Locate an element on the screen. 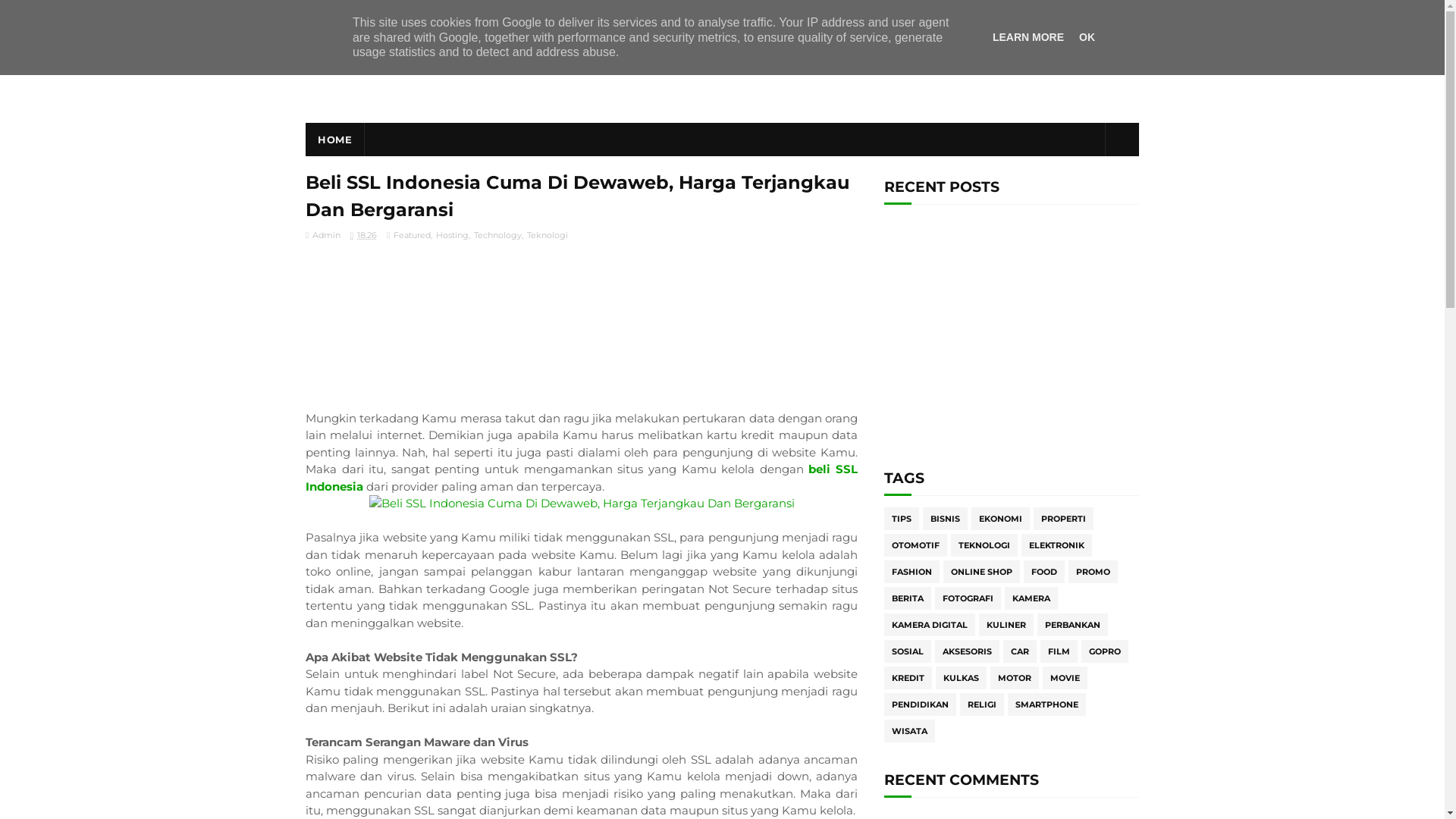  'TIPS' is located at coordinates (902, 517).